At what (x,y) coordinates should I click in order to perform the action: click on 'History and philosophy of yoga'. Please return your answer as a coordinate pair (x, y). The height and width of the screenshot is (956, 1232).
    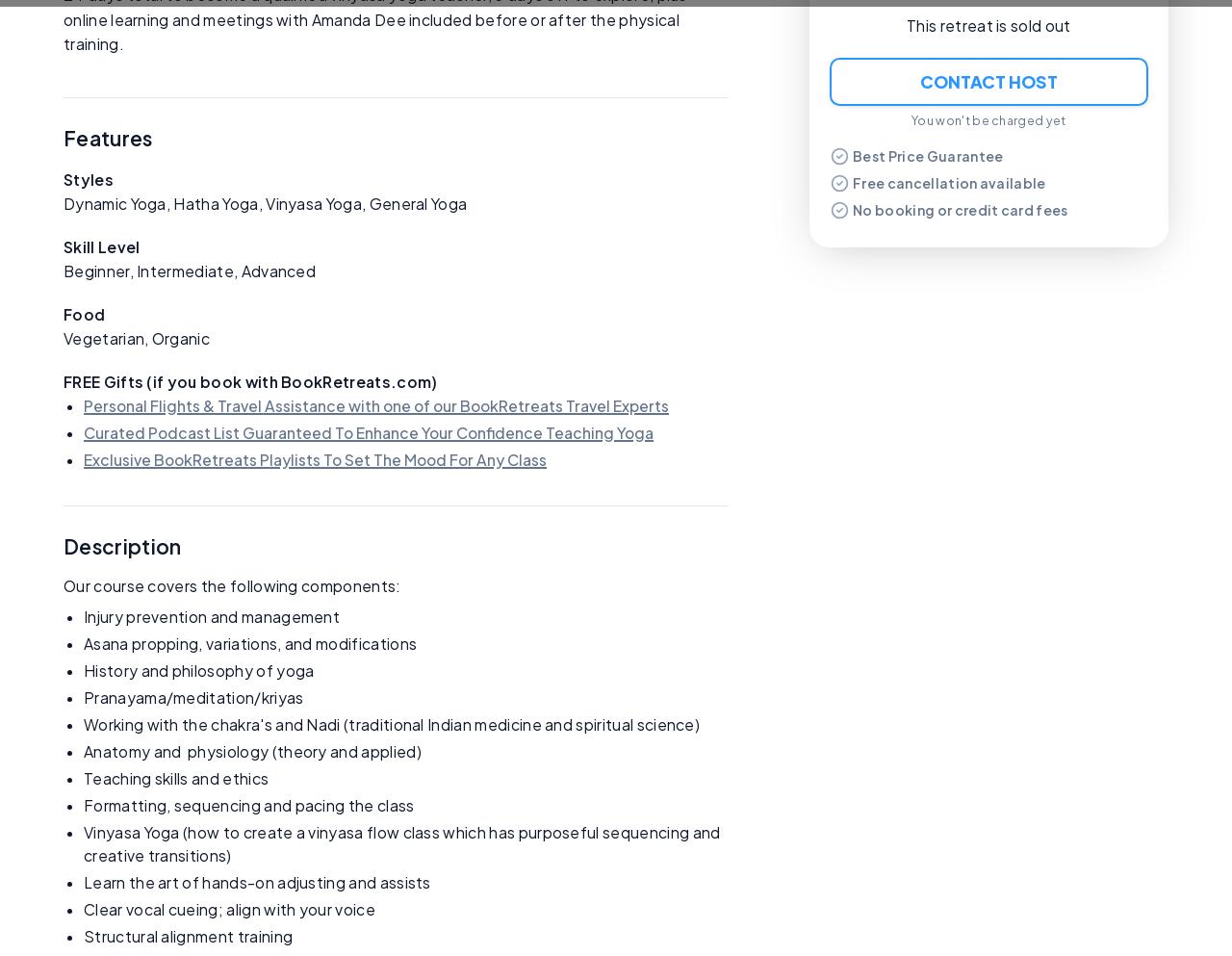
    Looking at the image, I should click on (198, 668).